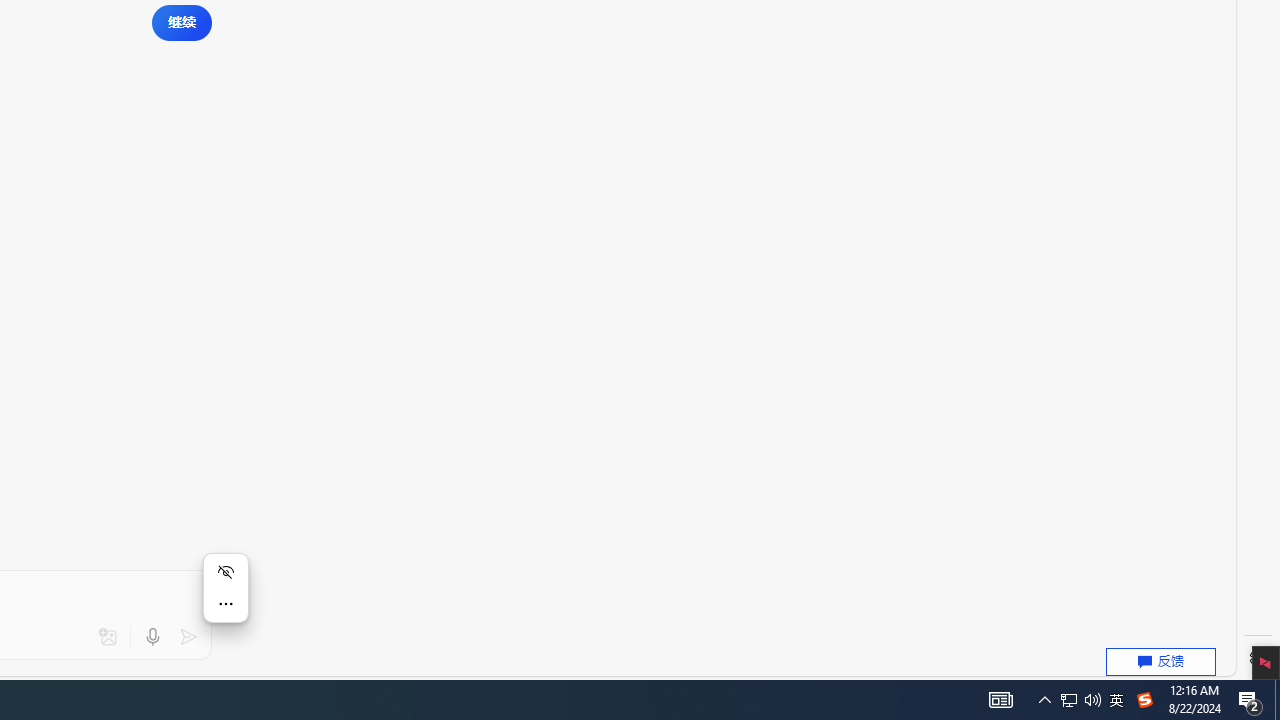 Image resolution: width=1280 pixels, height=720 pixels. Describe the element at coordinates (225, 586) in the screenshot. I see `'Mini menu on text selection'` at that location.